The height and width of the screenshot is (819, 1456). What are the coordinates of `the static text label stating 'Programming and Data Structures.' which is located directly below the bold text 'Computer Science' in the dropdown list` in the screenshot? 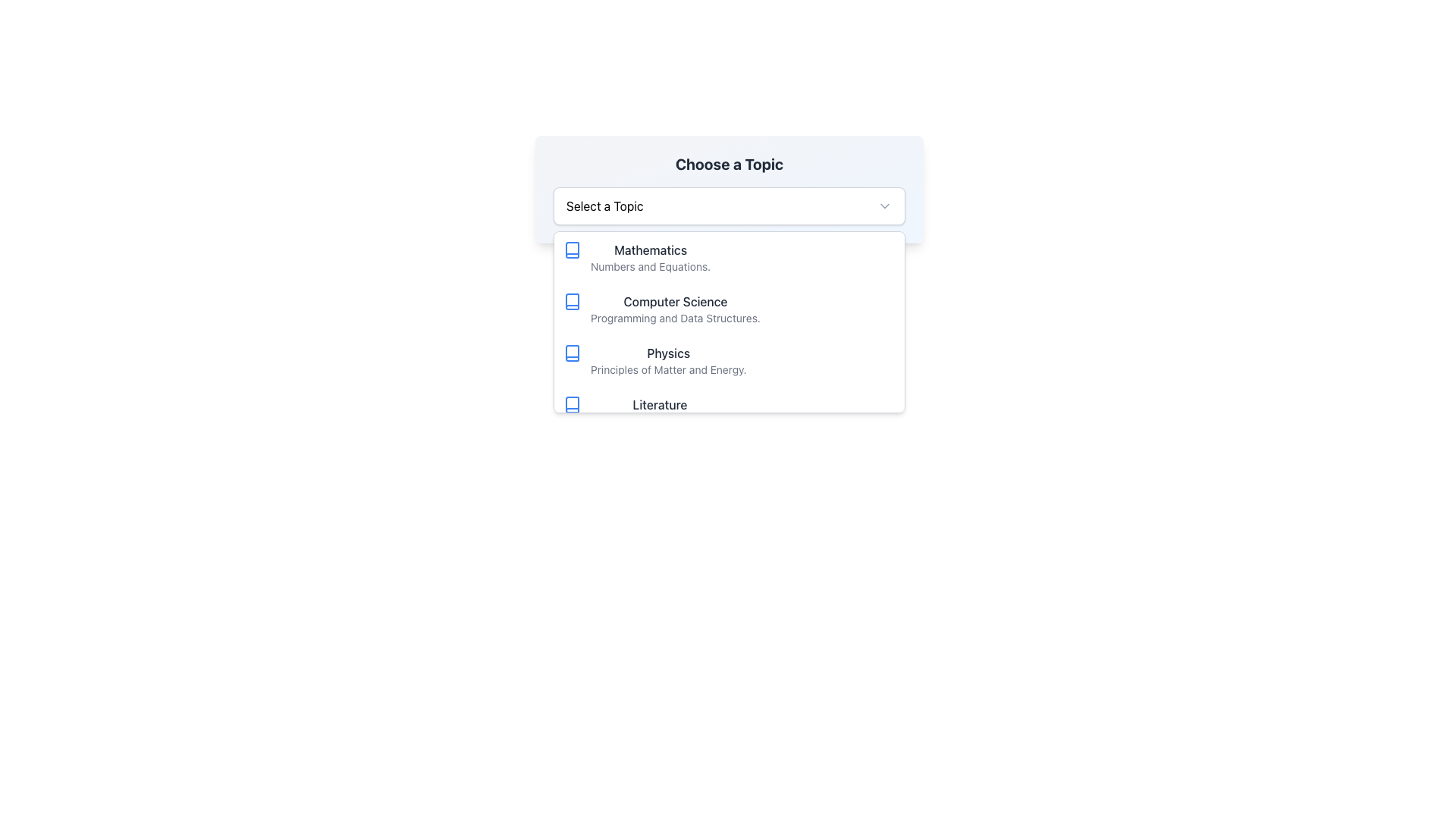 It's located at (675, 318).